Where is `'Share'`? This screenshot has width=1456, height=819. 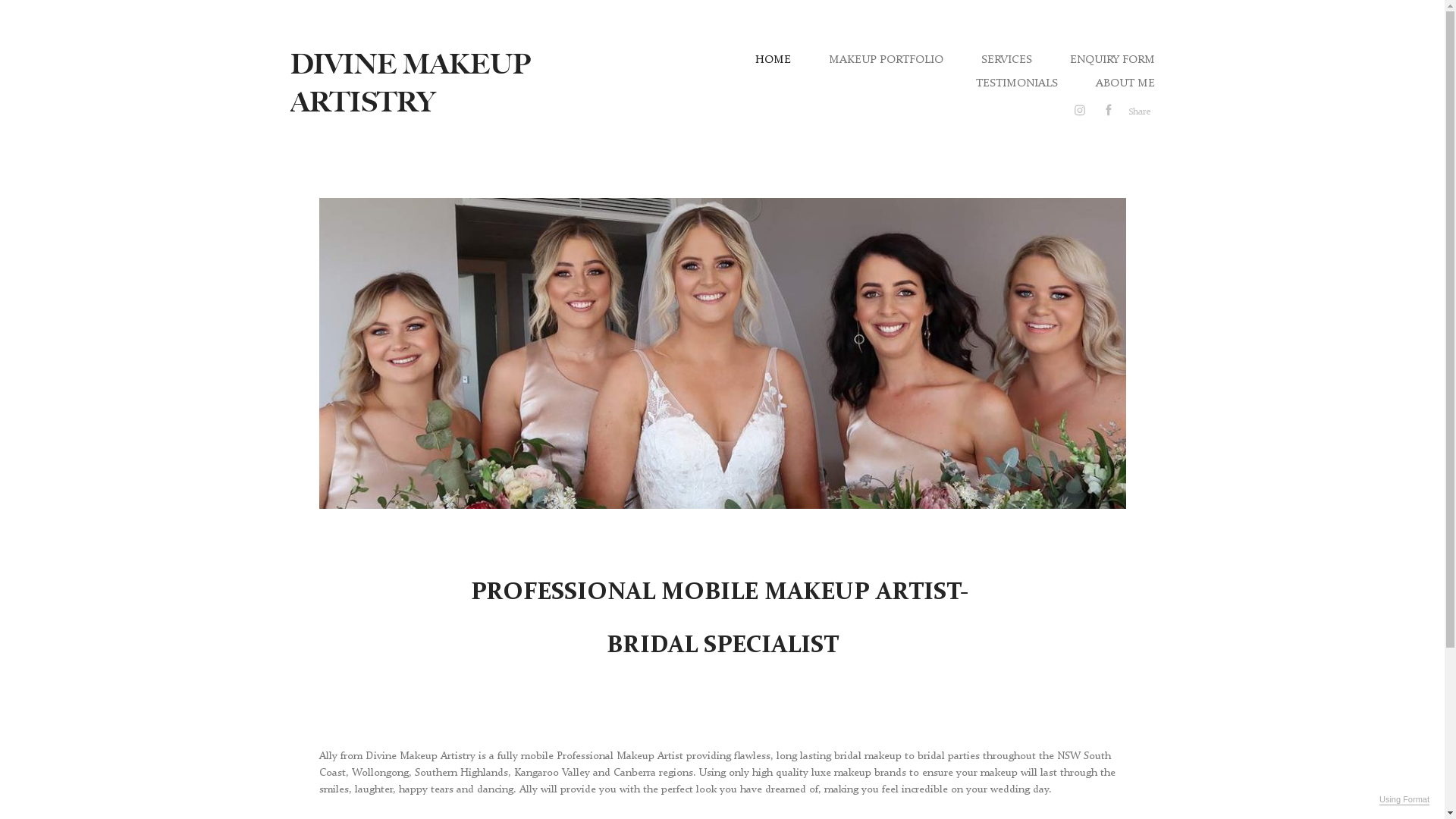 'Share' is located at coordinates (1139, 110).